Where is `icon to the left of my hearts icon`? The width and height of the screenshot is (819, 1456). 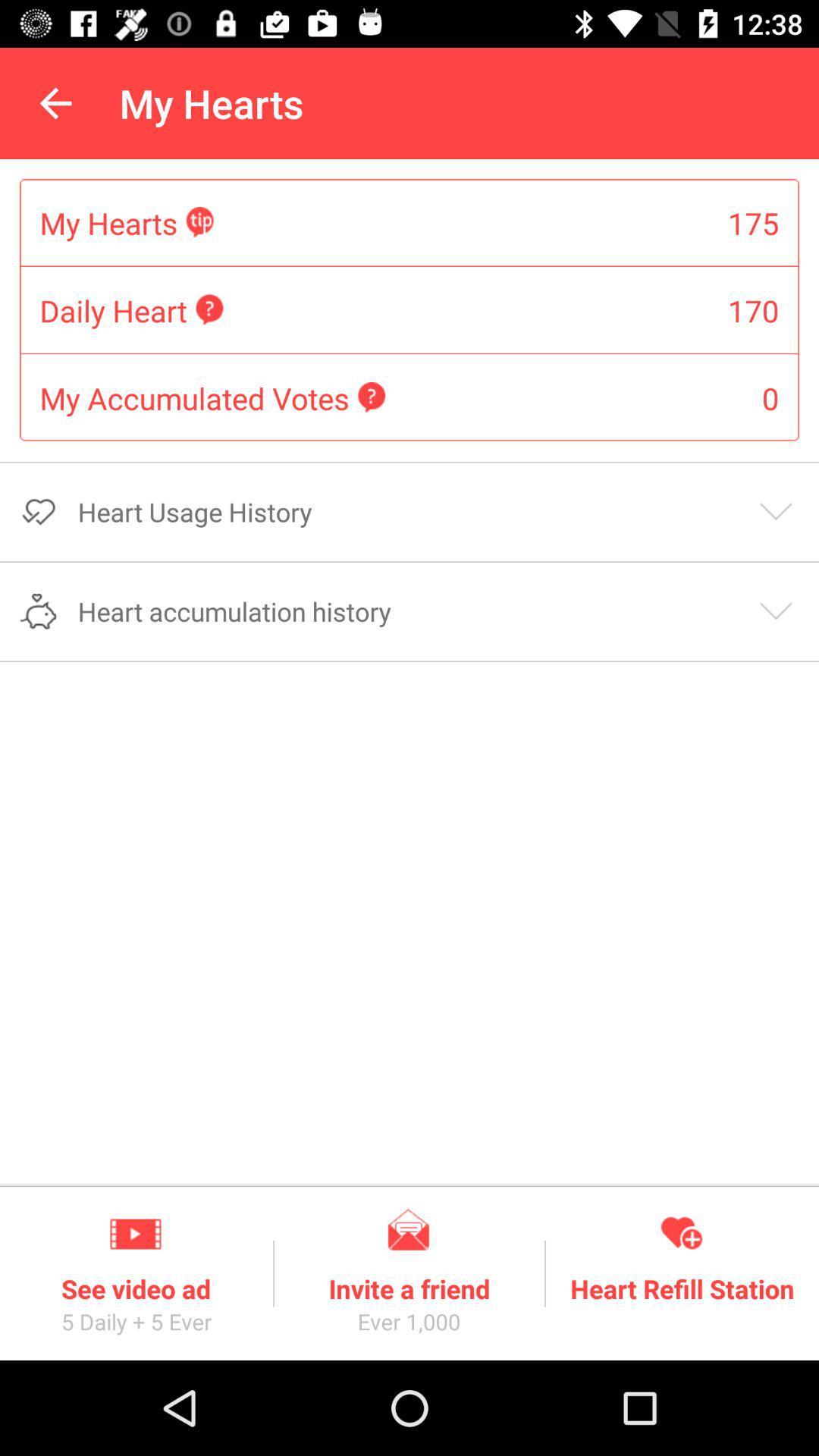 icon to the left of my hearts icon is located at coordinates (55, 102).